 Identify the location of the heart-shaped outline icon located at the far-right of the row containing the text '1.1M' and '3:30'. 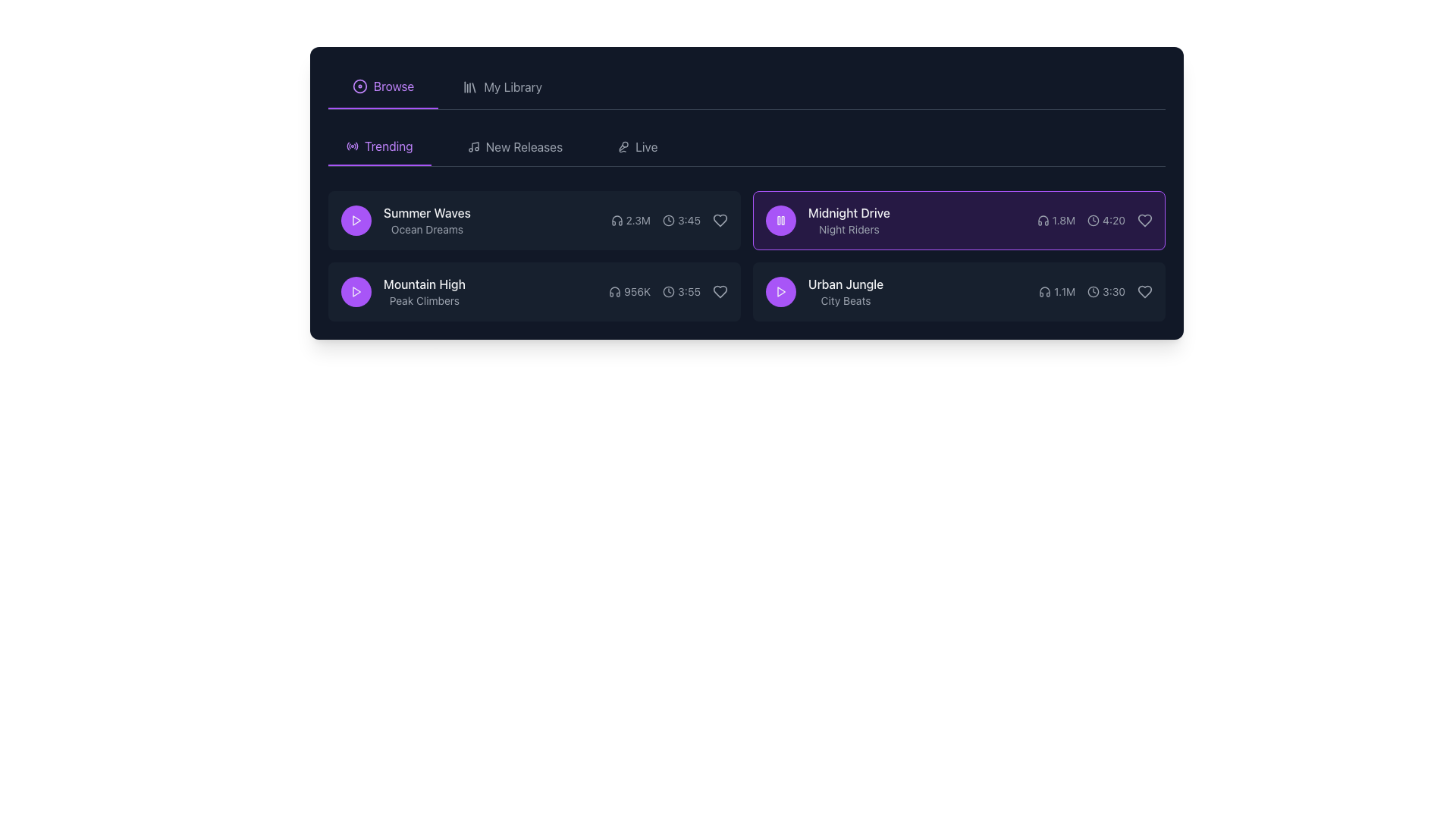
(1145, 292).